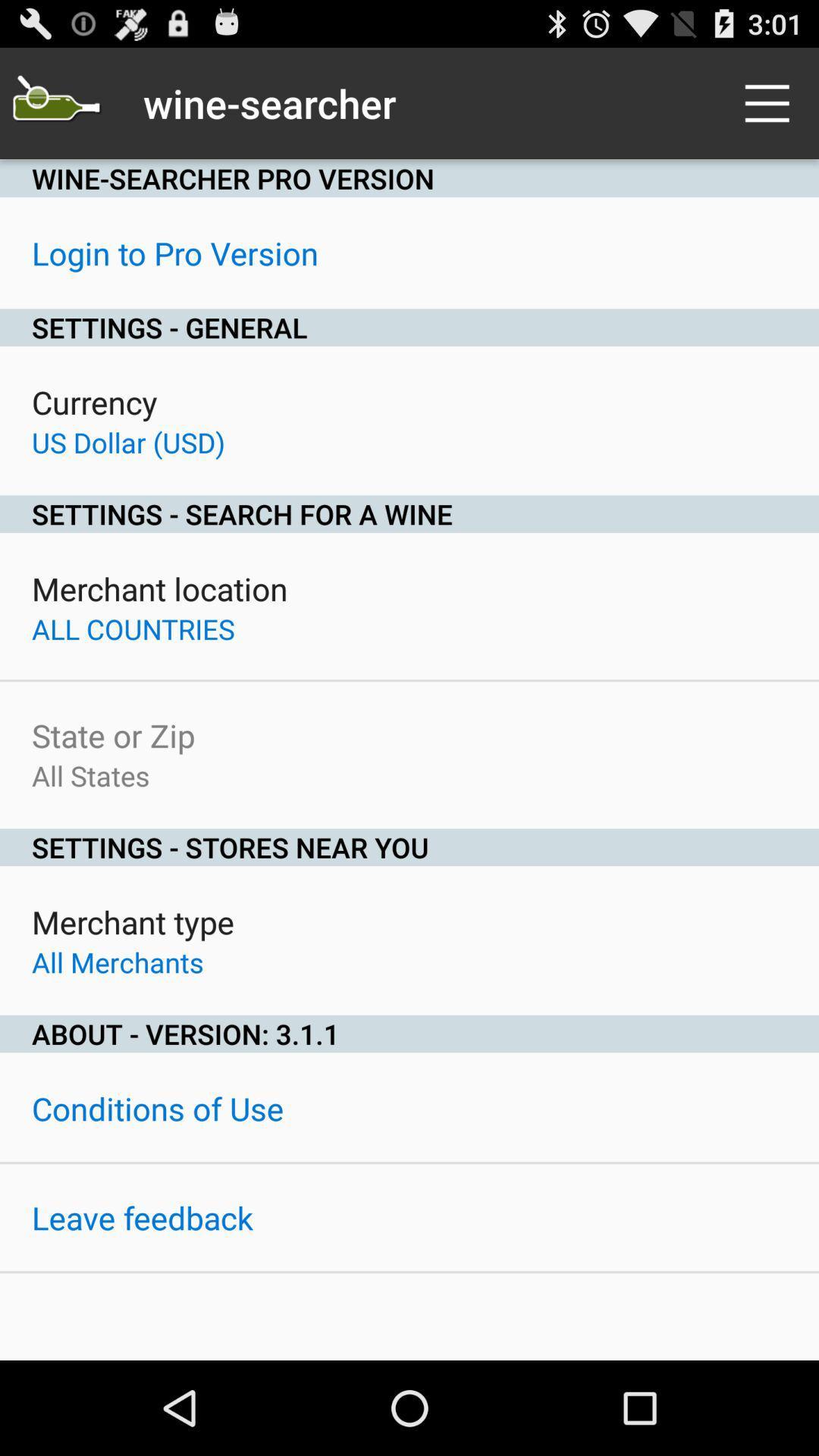  Describe the element at coordinates (94, 402) in the screenshot. I see `the currency item` at that location.